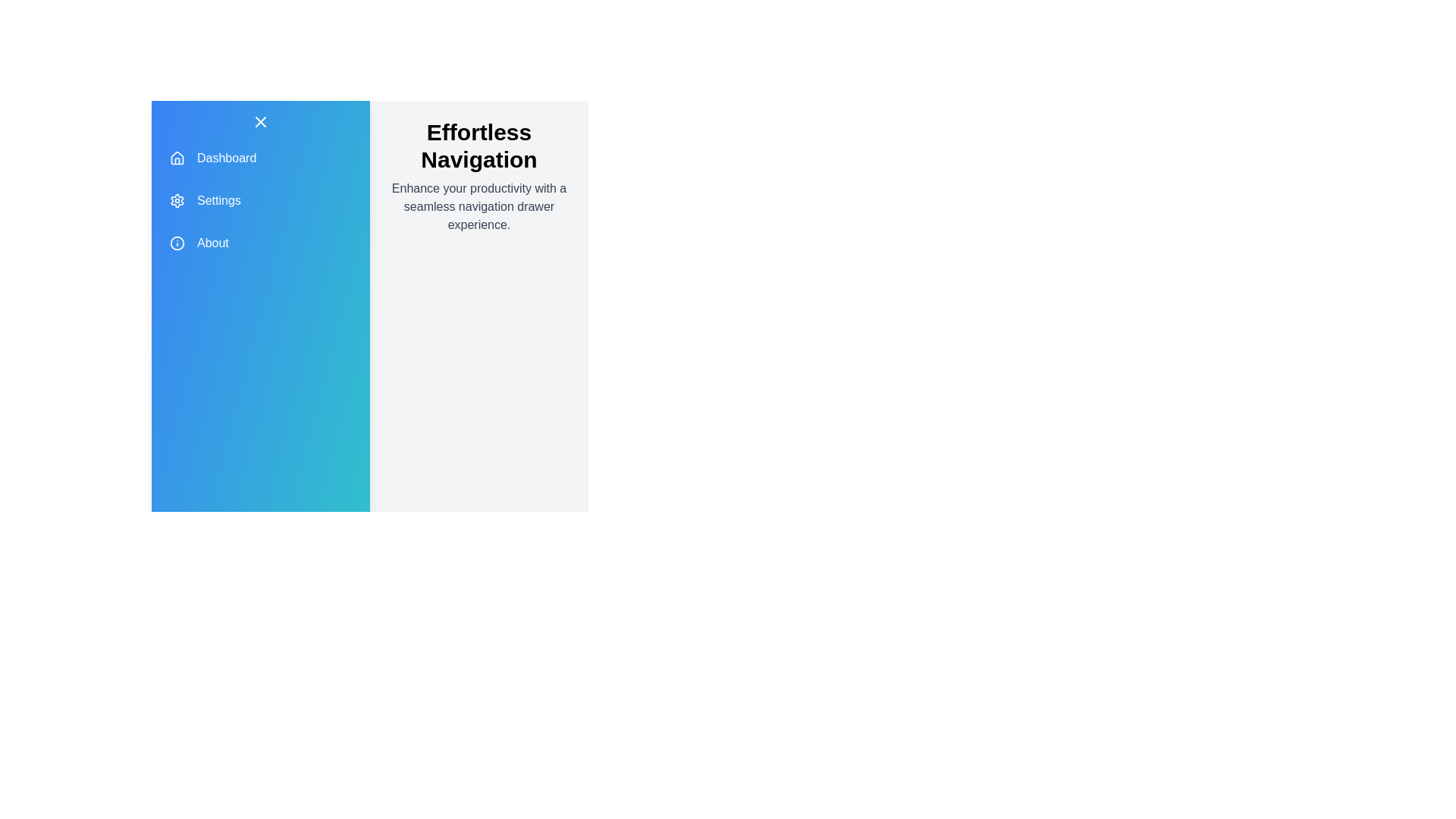 This screenshot has width=1456, height=819. What do you see at coordinates (261, 158) in the screenshot?
I see `the 'Dashboard' menu item to select it` at bounding box center [261, 158].